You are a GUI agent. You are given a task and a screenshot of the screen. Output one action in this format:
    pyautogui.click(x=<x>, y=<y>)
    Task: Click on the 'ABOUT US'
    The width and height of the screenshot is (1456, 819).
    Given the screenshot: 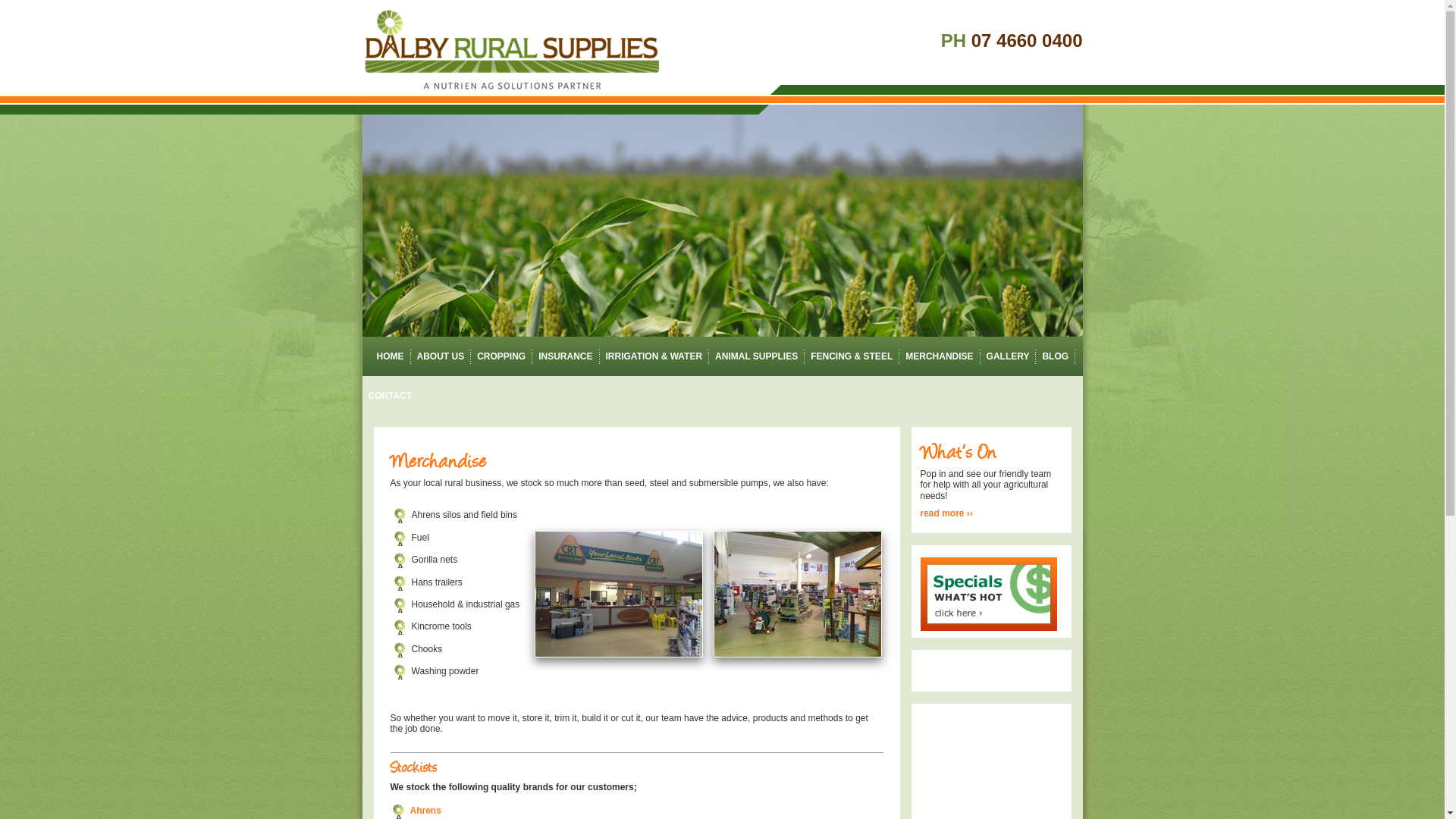 What is the action you would take?
    pyautogui.click(x=440, y=356)
    